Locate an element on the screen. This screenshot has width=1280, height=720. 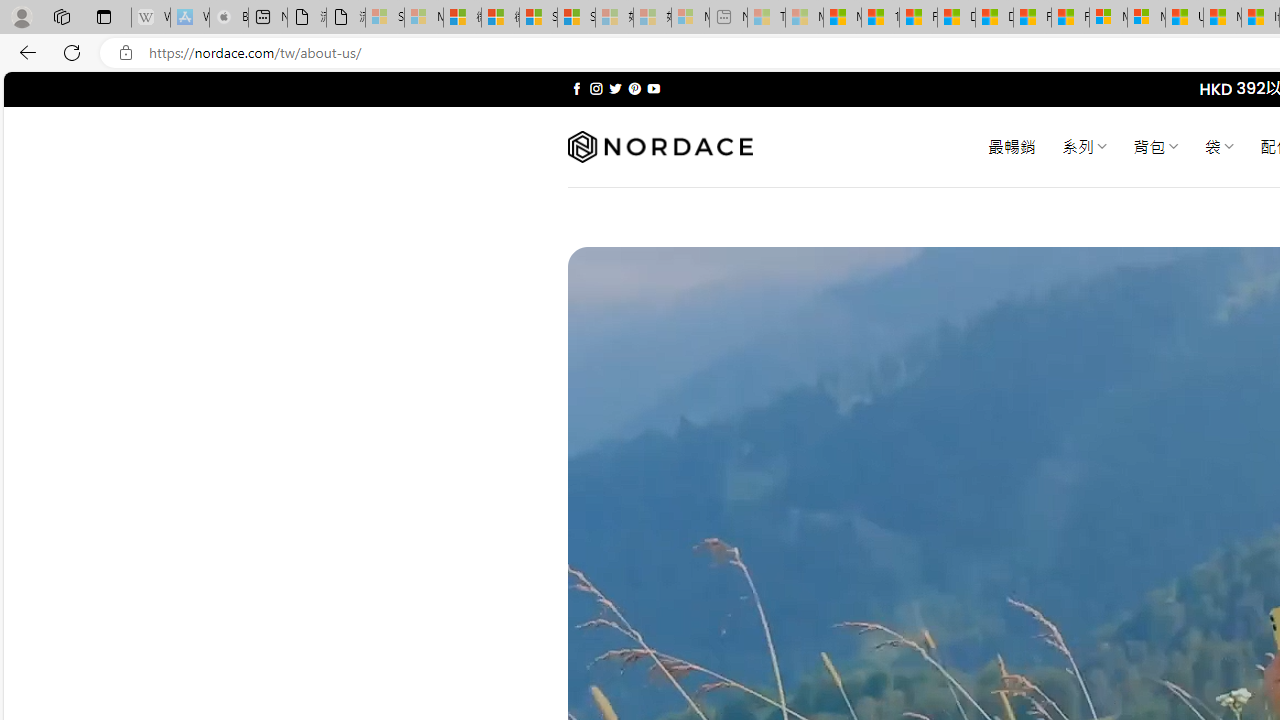
'Food and Drink - MSN' is located at coordinates (917, 17).